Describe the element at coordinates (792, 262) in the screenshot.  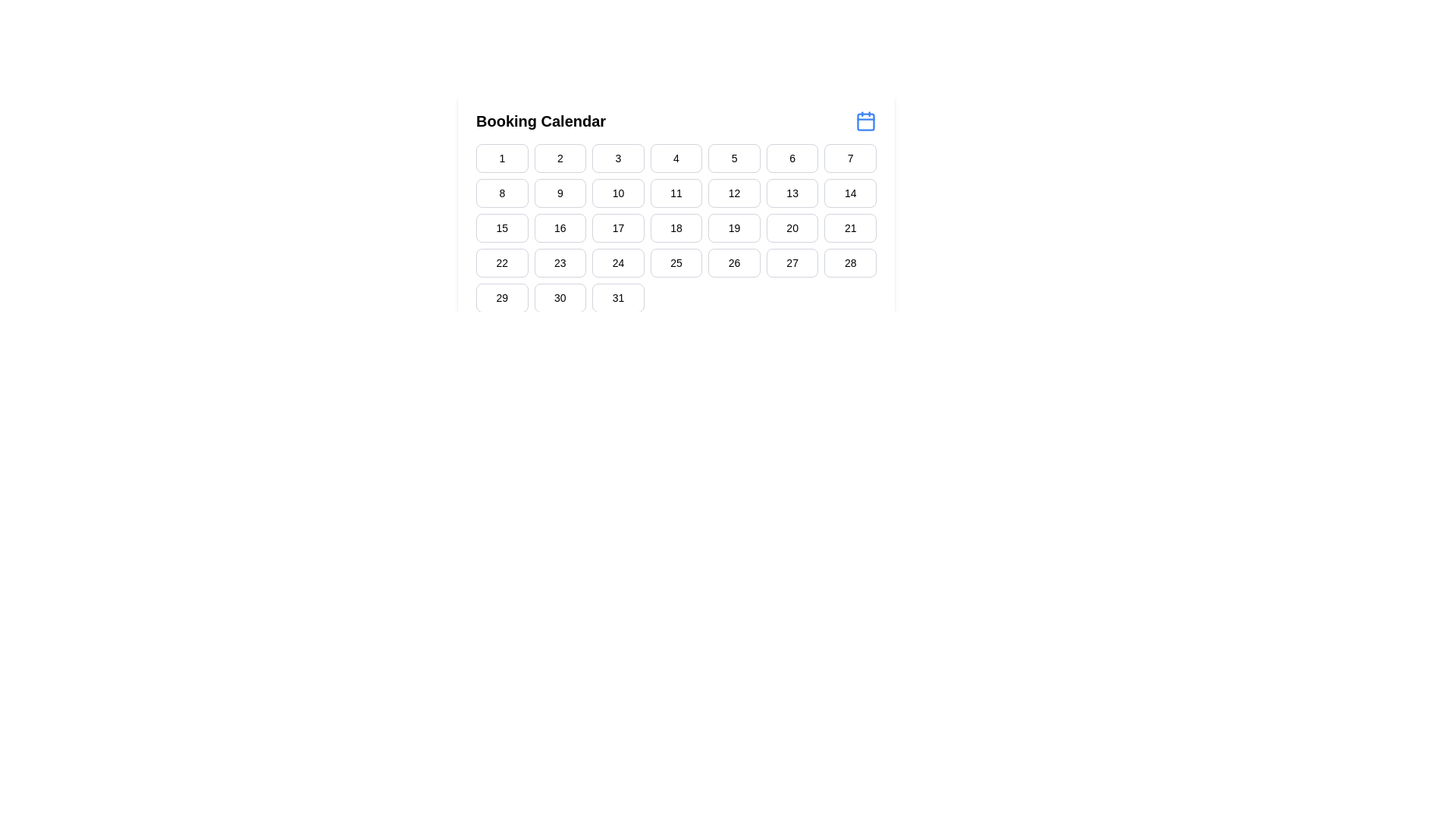
I see `the button labeled '27' in the calendar interface` at that location.